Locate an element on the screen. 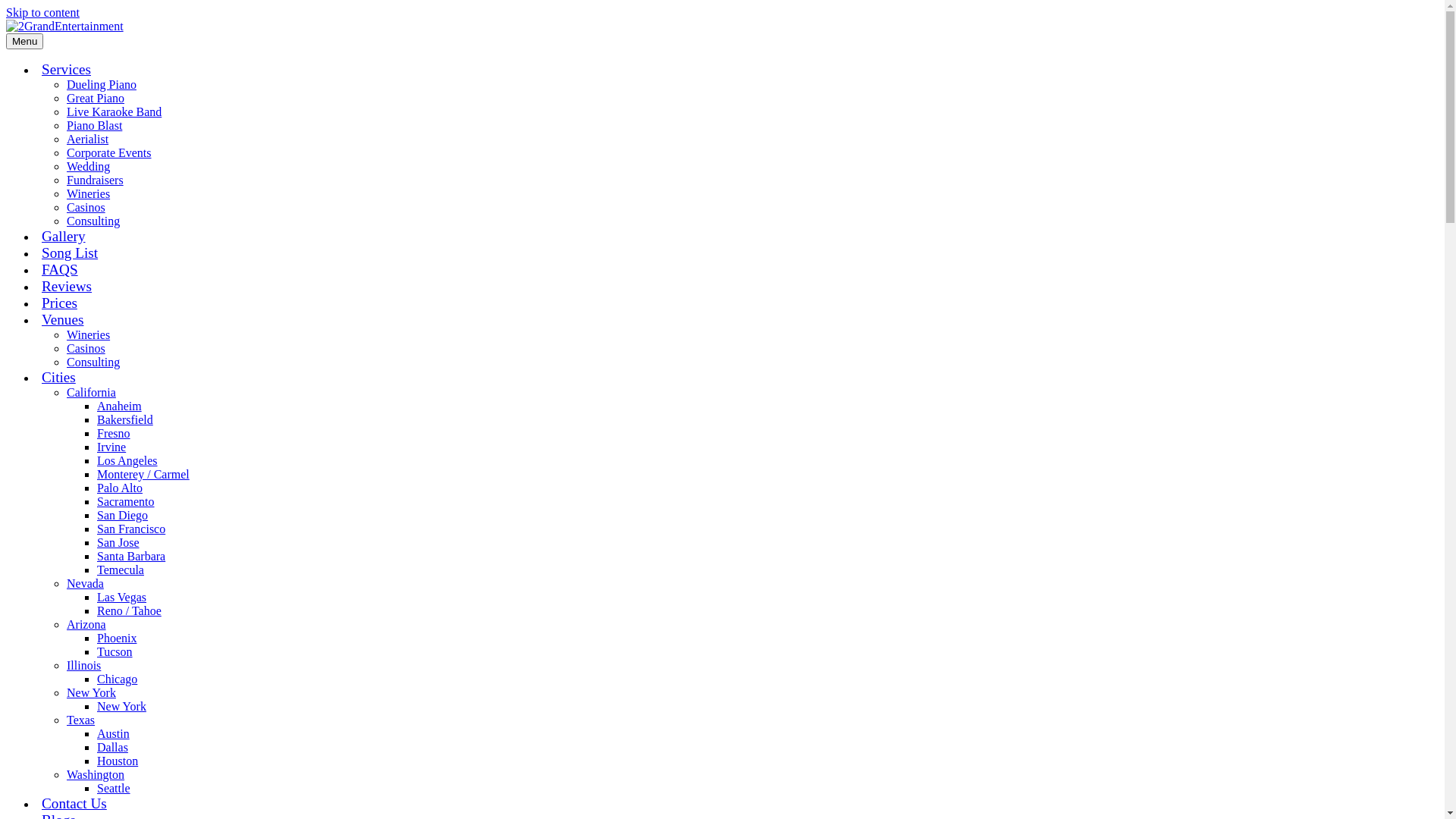 The width and height of the screenshot is (1456, 819). 'Menu' is located at coordinates (24, 40).